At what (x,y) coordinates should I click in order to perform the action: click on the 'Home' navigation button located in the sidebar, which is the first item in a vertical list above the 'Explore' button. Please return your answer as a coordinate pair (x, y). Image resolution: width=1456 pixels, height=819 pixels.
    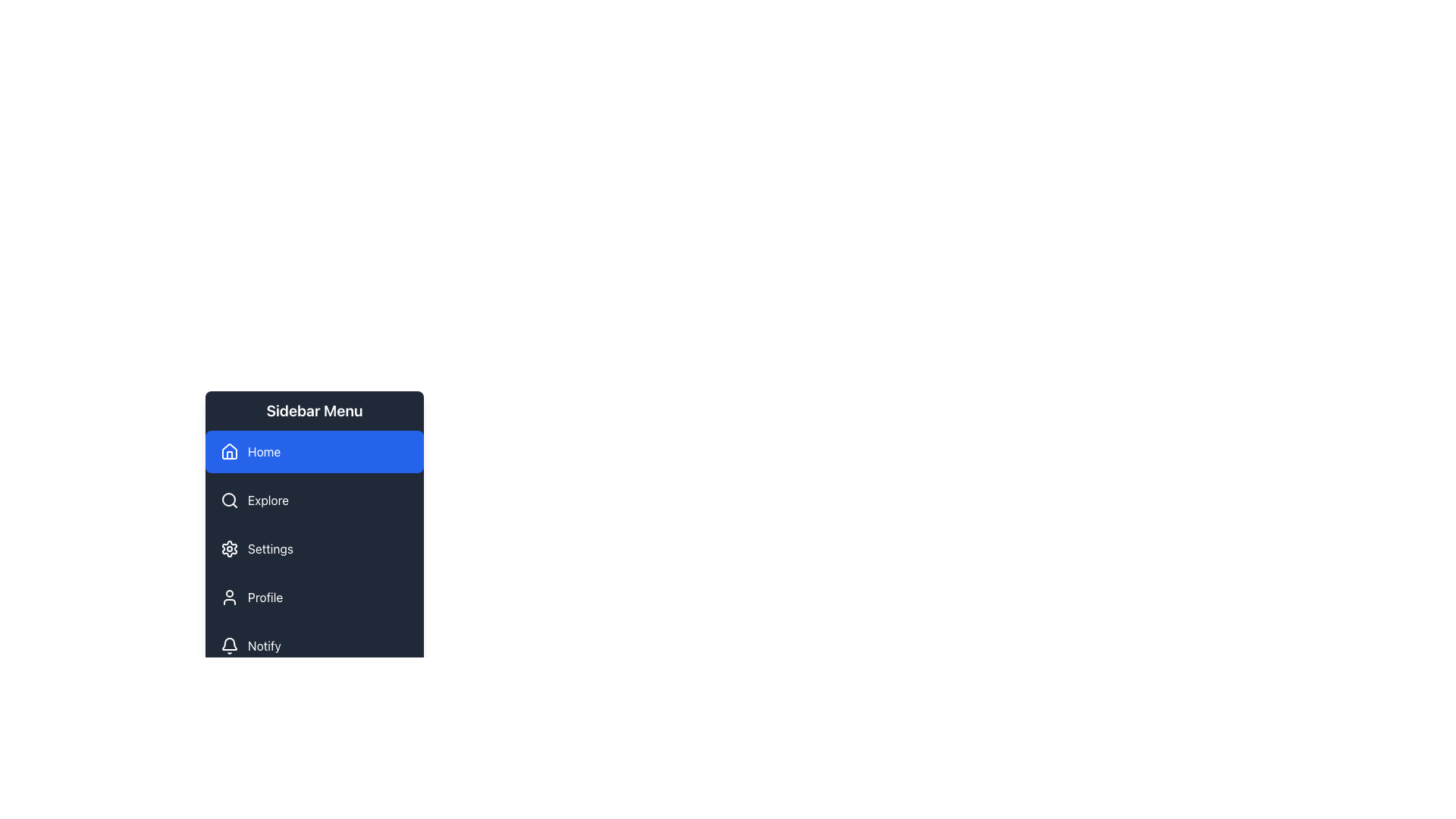
    Looking at the image, I should click on (313, 451).